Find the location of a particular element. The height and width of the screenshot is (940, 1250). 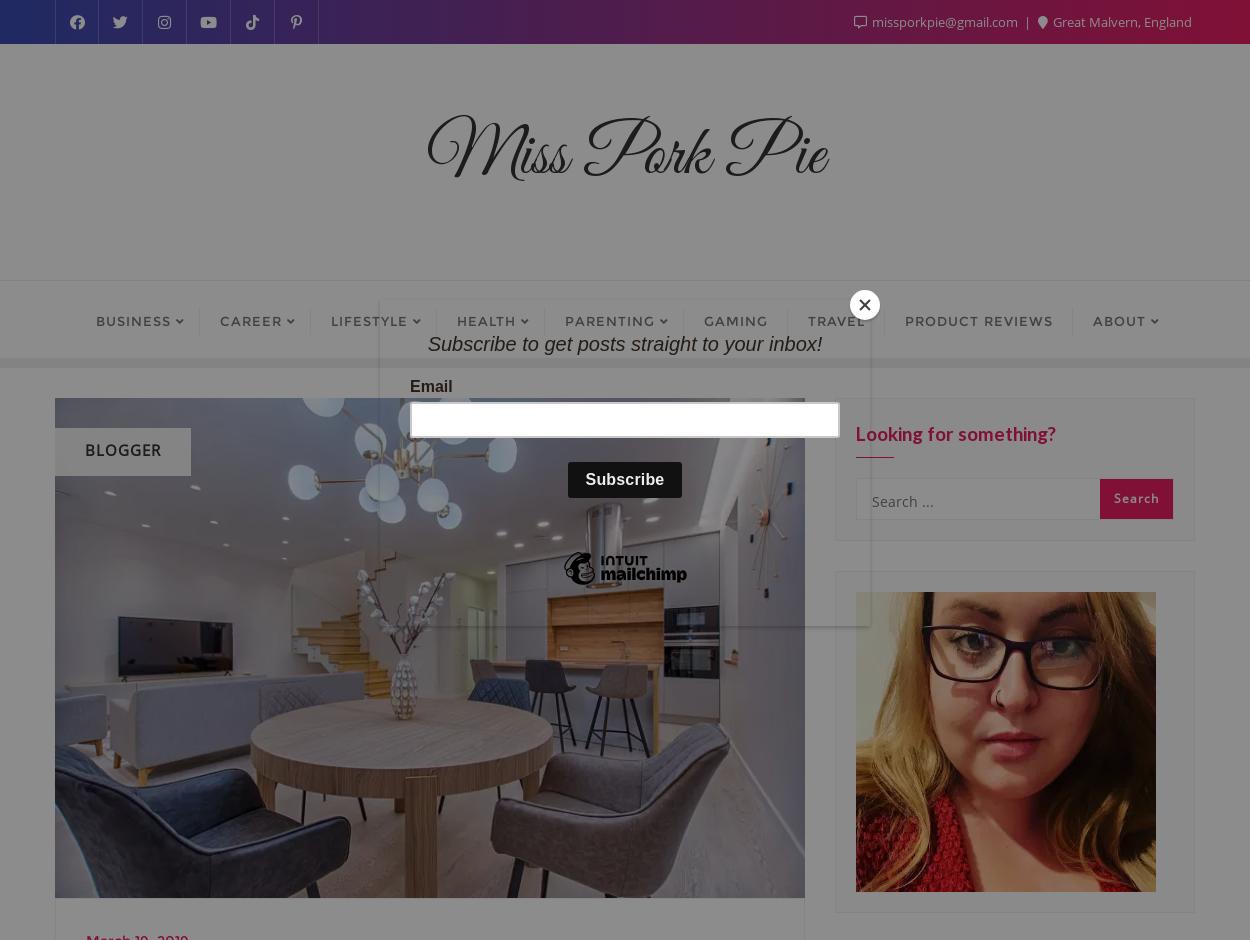

'missporkpie@gmail.com' is located at coordinates (944, 21).